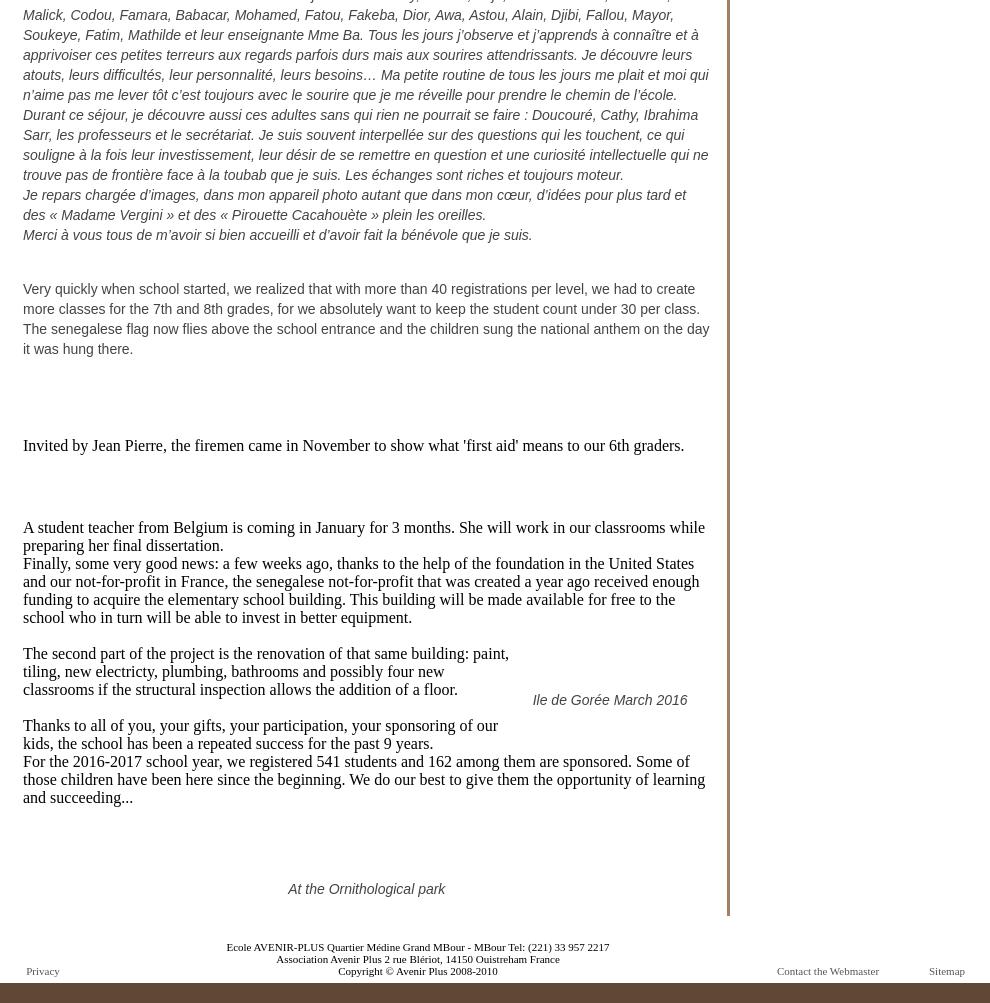 The height and width of the screenshot is (1003, 990). Describe the element at coordinates (21, 205) in the screenshot. I see `'Je repars chargée d’images, dans mon appareil photo autant que dans mon cœur, d’idées pour plus tard et des « Madame Vergini » et des « Pirouette Cacahouète » plein les oreilles.'` at that location.